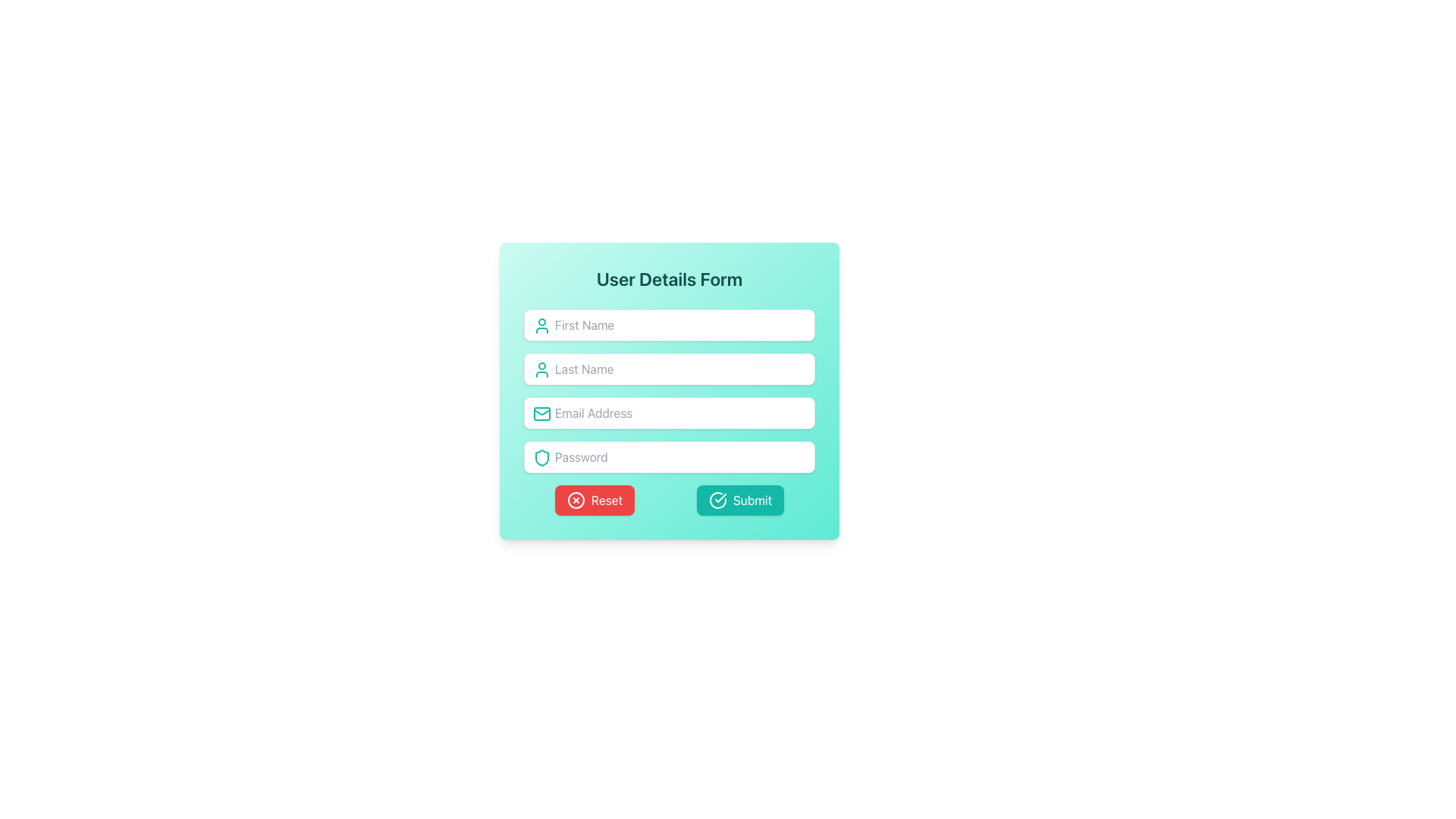 This screenshot has height=819, width=1456. Describe the element at coordinates (575, 500) in the screenshot. I see `the decorative icon indicating the Reset button's cancellation functionality, which is located inside the Reset button at the bottom of the form` at that location.